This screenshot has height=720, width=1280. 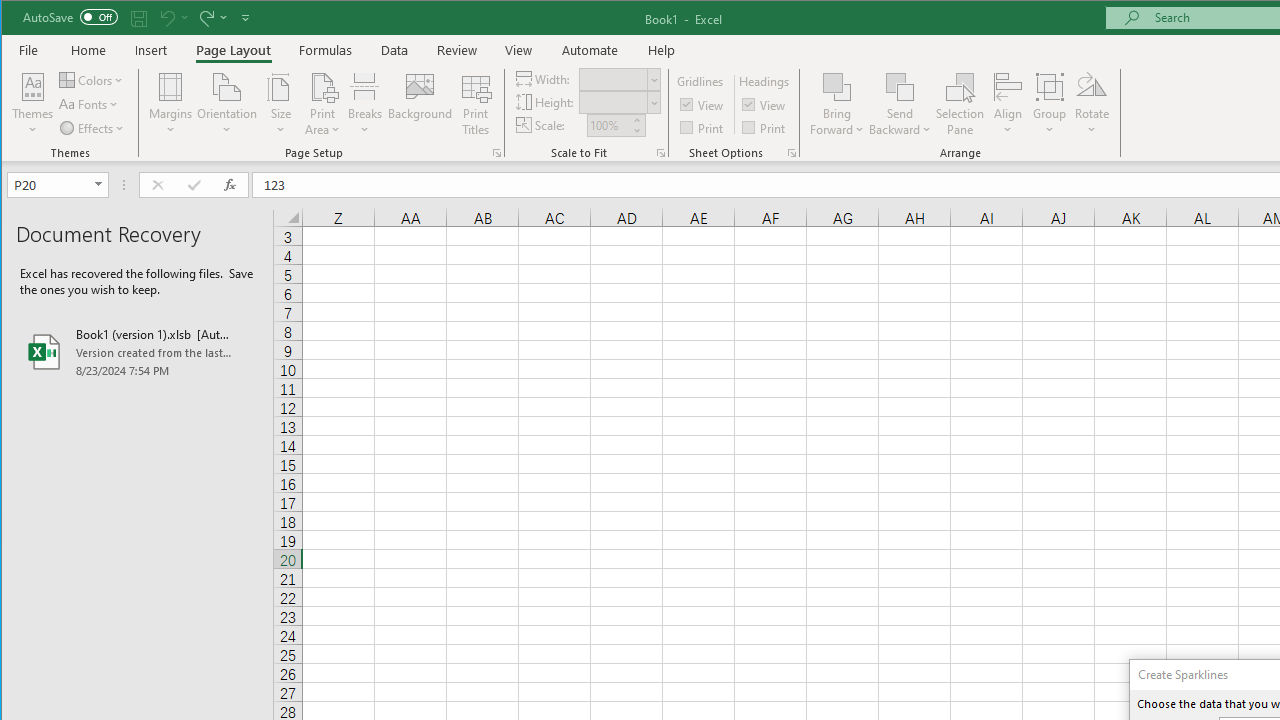 I want to click on 'Selection Pane...', so click(x=960, y=104).